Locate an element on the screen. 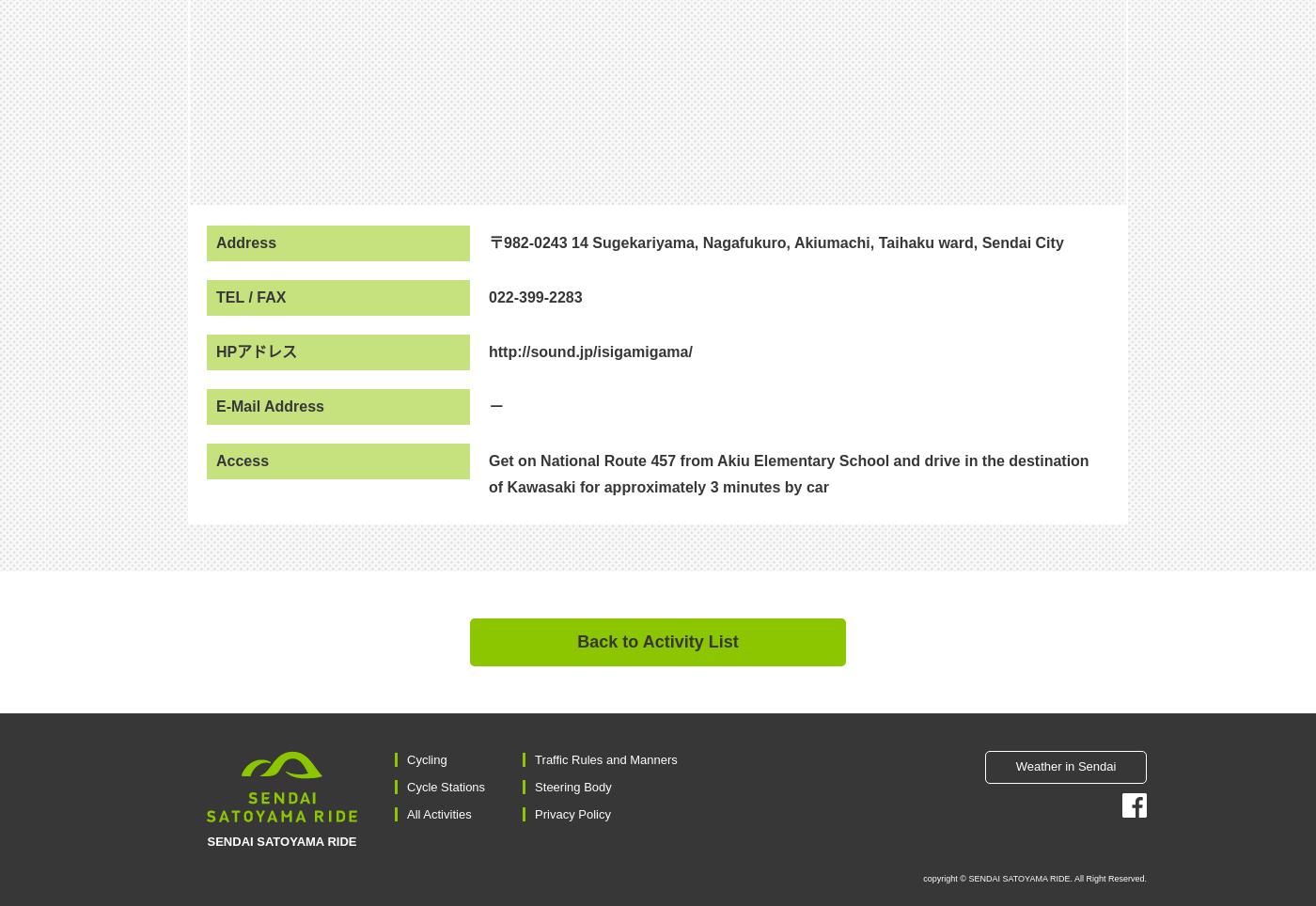 The image size is (1316, 906). '〒982-0243   14 Sugekariyama, Nagafukuro, Akiumachi, Taihaku ward, Sendai City' is located at coordinates (775, 241).